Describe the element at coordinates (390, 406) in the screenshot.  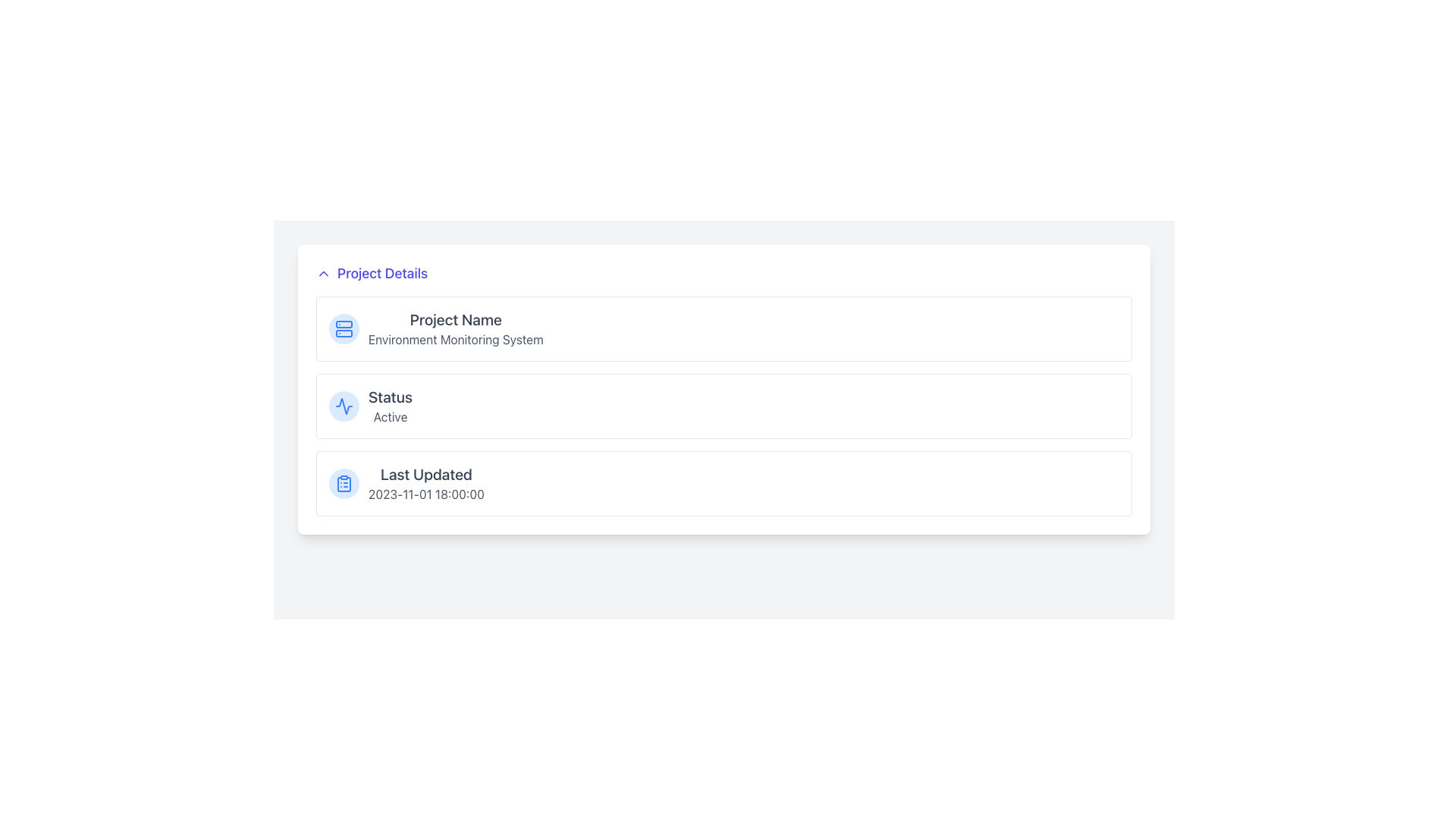
I see `text label indicating the current operational state ('Active') of the project, located in the second card under the 'Project Details' section, to the right of a circular icon with a line chart design` at that location.